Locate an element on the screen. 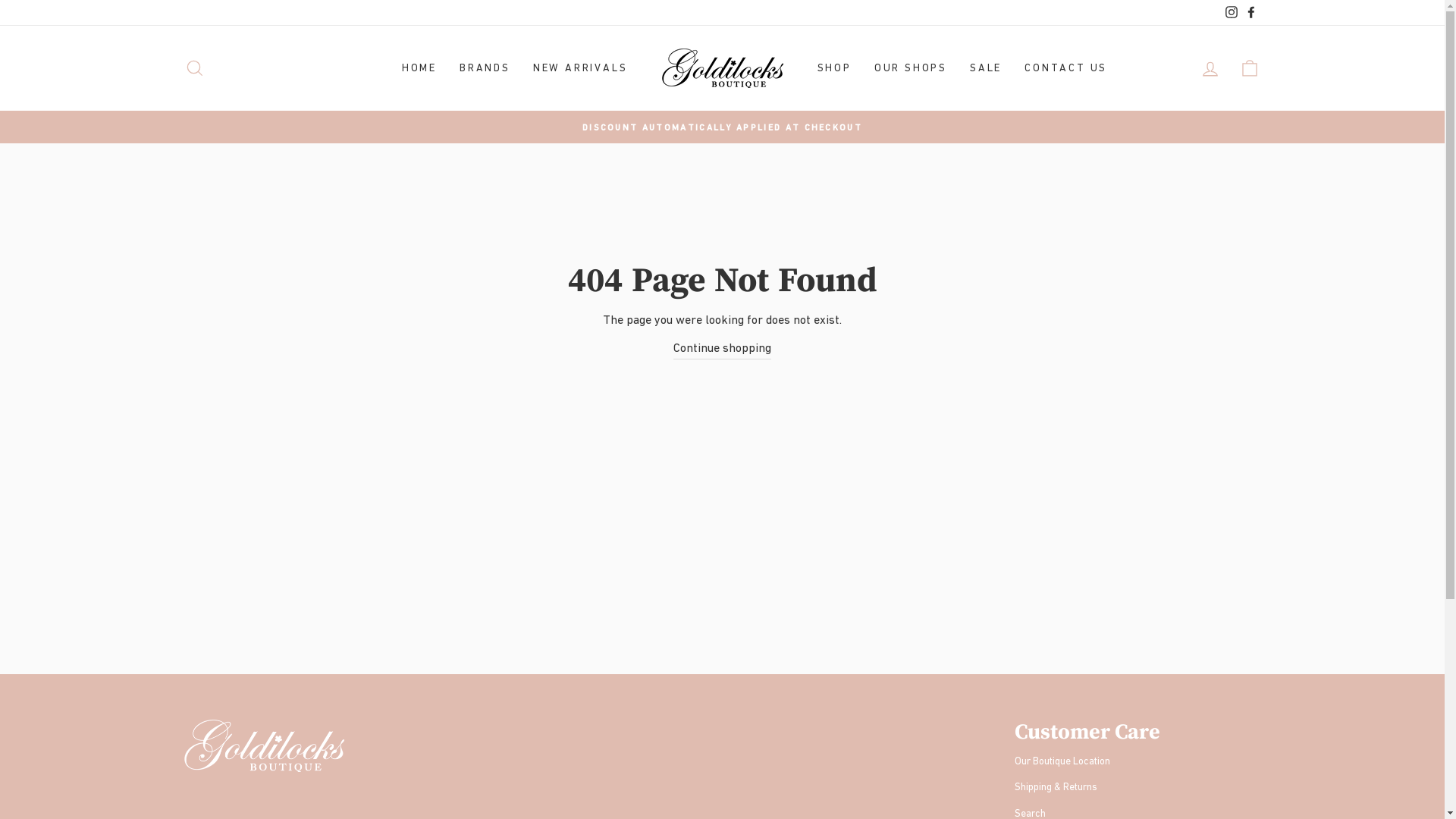 The width and height of the screenshot is (1456, 819). 'Instagram' is located at coordinates (1230, 12).